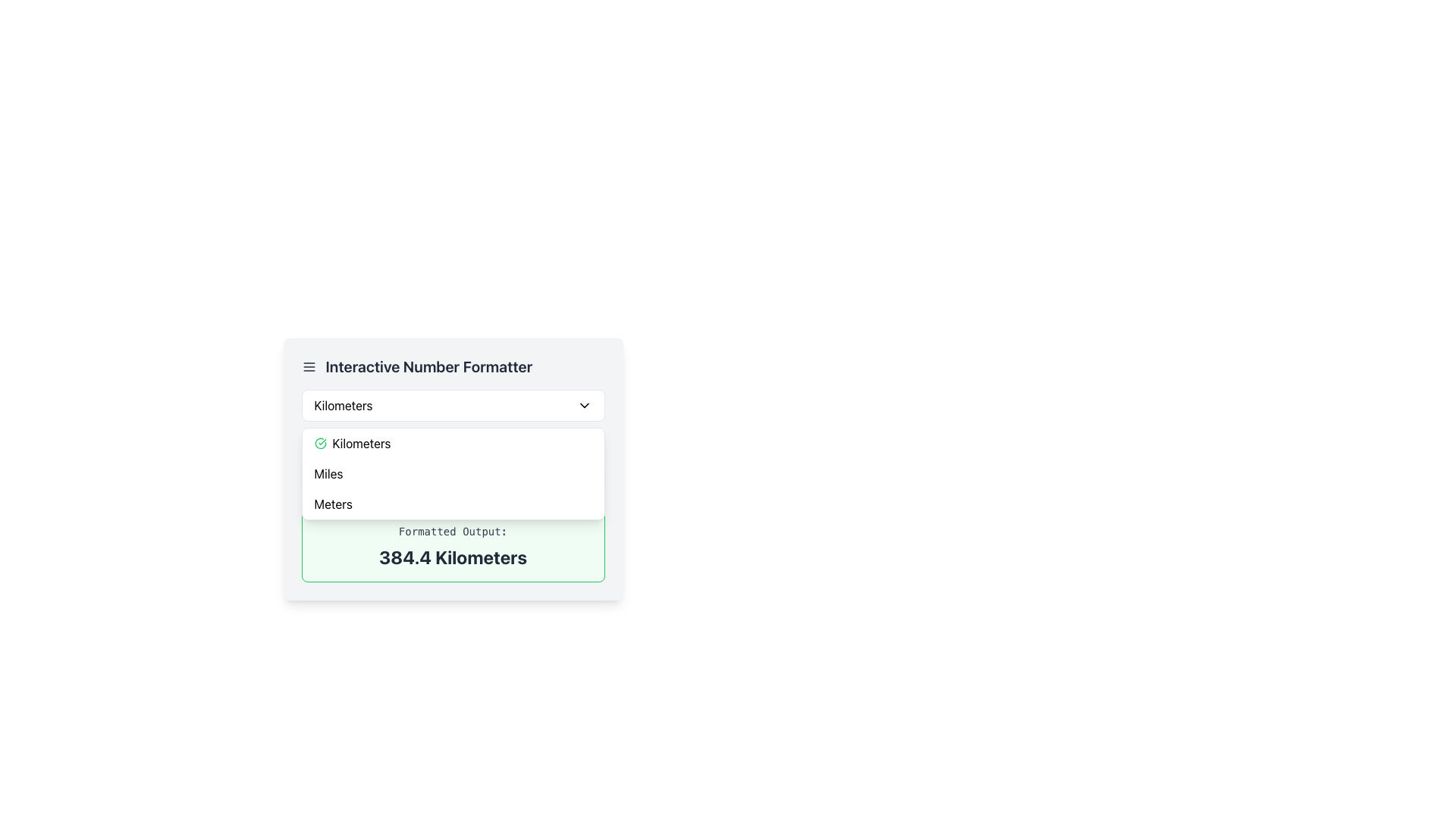 The width and height of the screenshot is (1456, 819). I want to click on the 'Meters' option in the dropdown menu, which is the last selectable unit of measurement positioned beneath 'Kilometers' and 'Miles', so click(332, 504).